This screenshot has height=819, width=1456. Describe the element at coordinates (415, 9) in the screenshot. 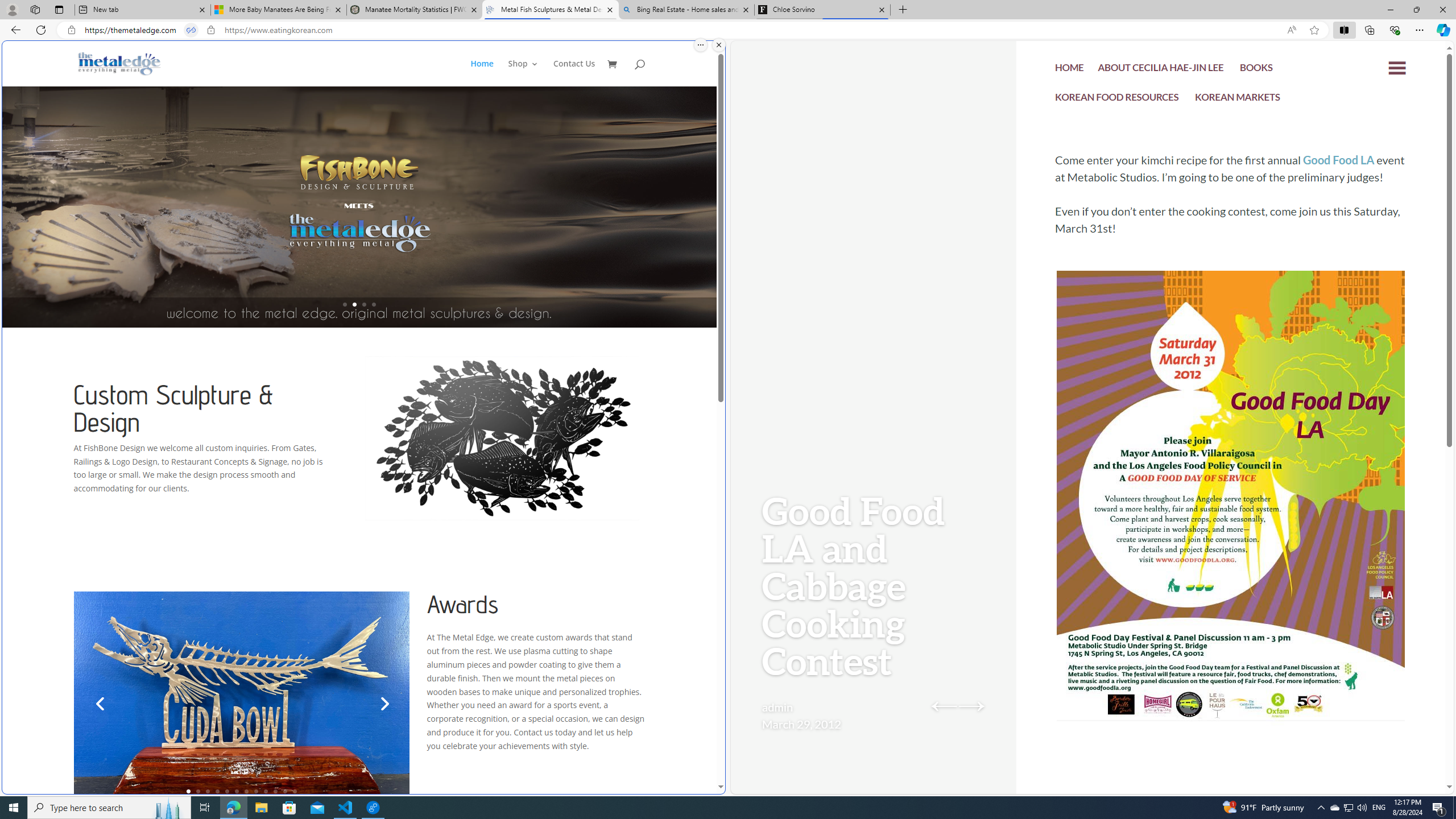

I see `'Manatee Mortality Statistics | FWC'` at that location.